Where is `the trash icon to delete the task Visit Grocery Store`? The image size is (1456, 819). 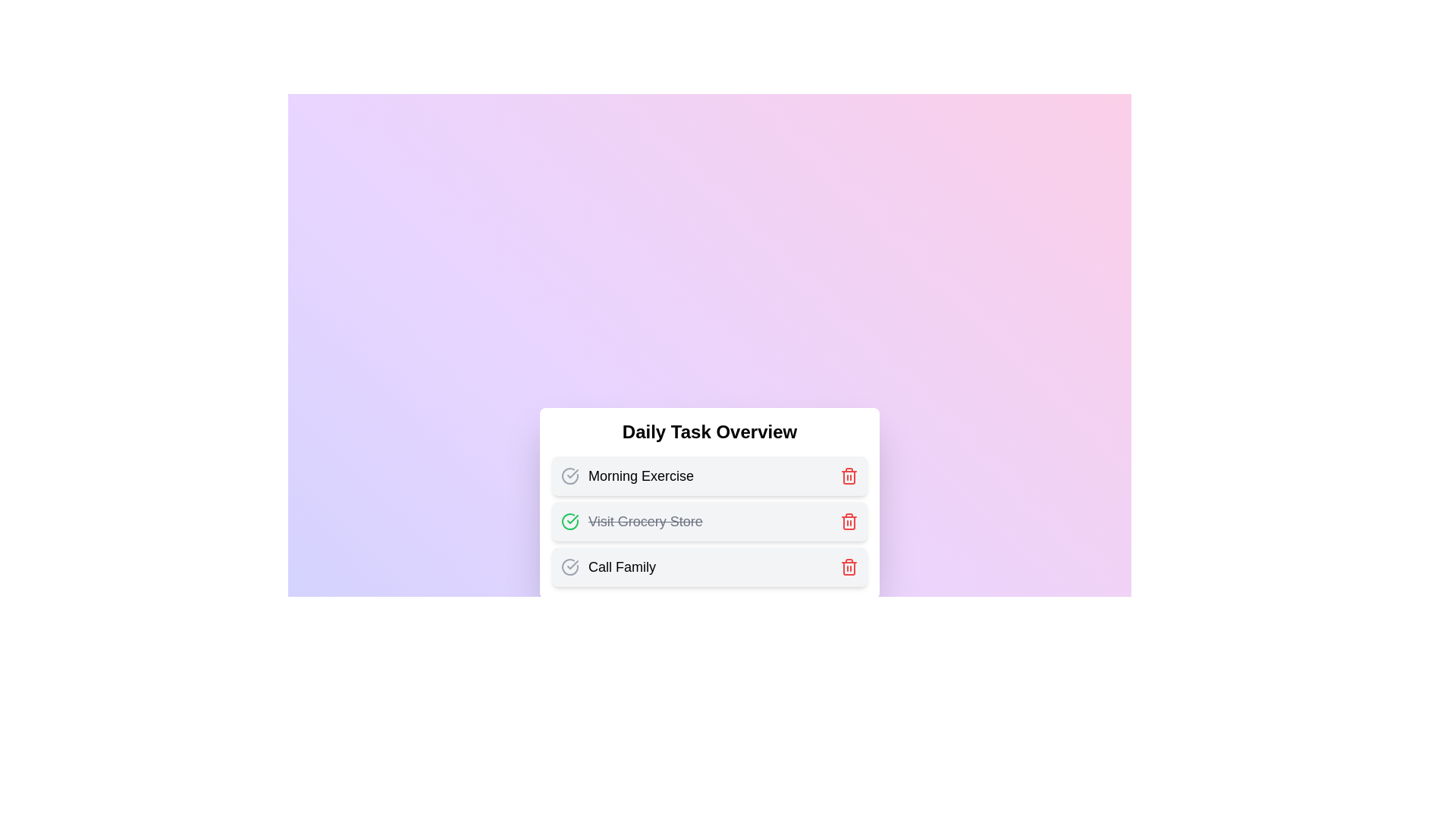 the trash icon to delete the task Visit Grocery Store is located at coordinates (848, 520).